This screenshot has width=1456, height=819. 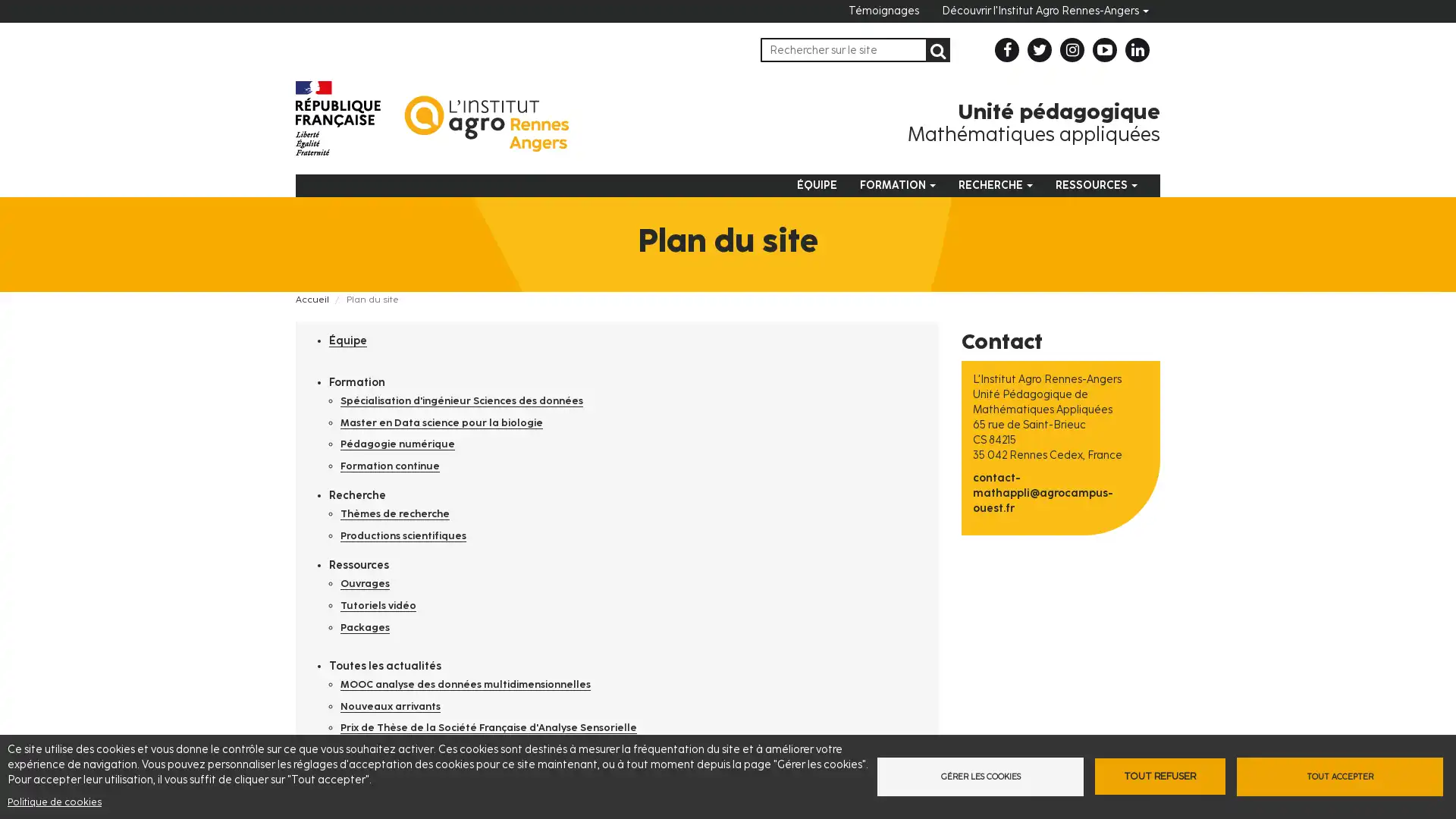 I want to click on TOUT REFUSER, so click(x=1159, y=776).